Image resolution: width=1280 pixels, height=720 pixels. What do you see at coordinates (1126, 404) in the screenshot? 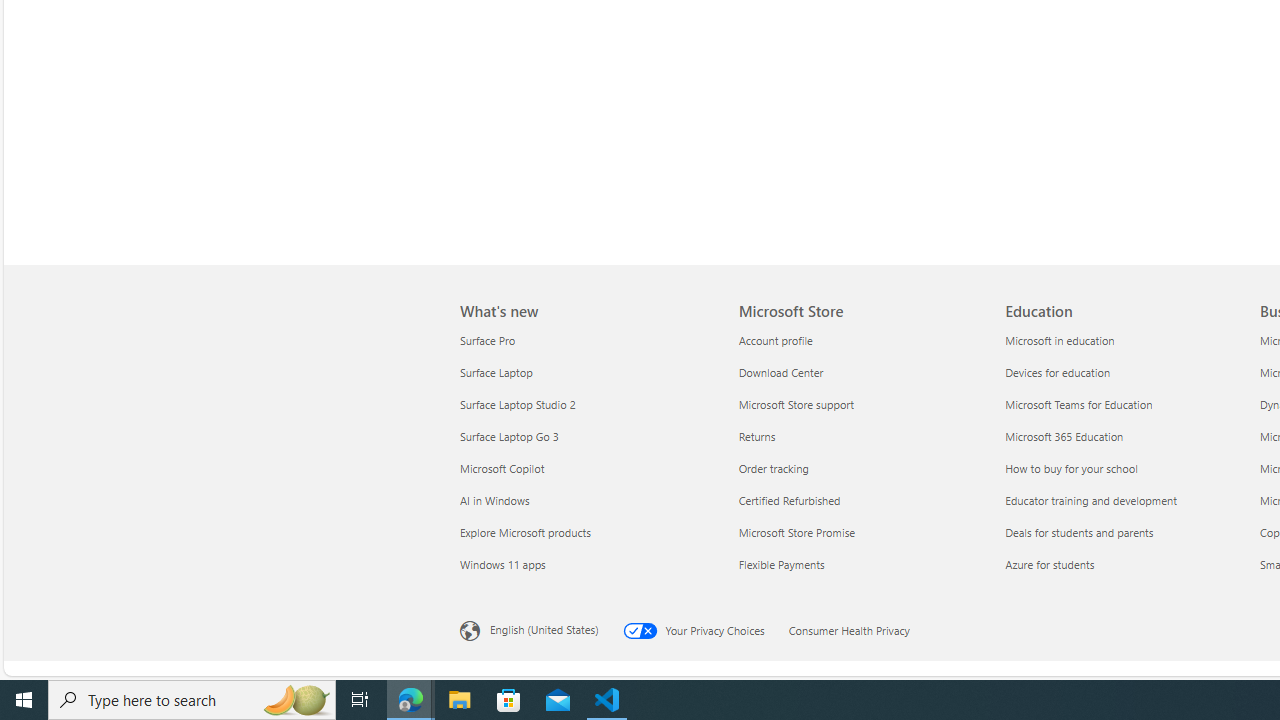
I see `'Microsoft Teams for Education'` at bounding box center [1126, 404].